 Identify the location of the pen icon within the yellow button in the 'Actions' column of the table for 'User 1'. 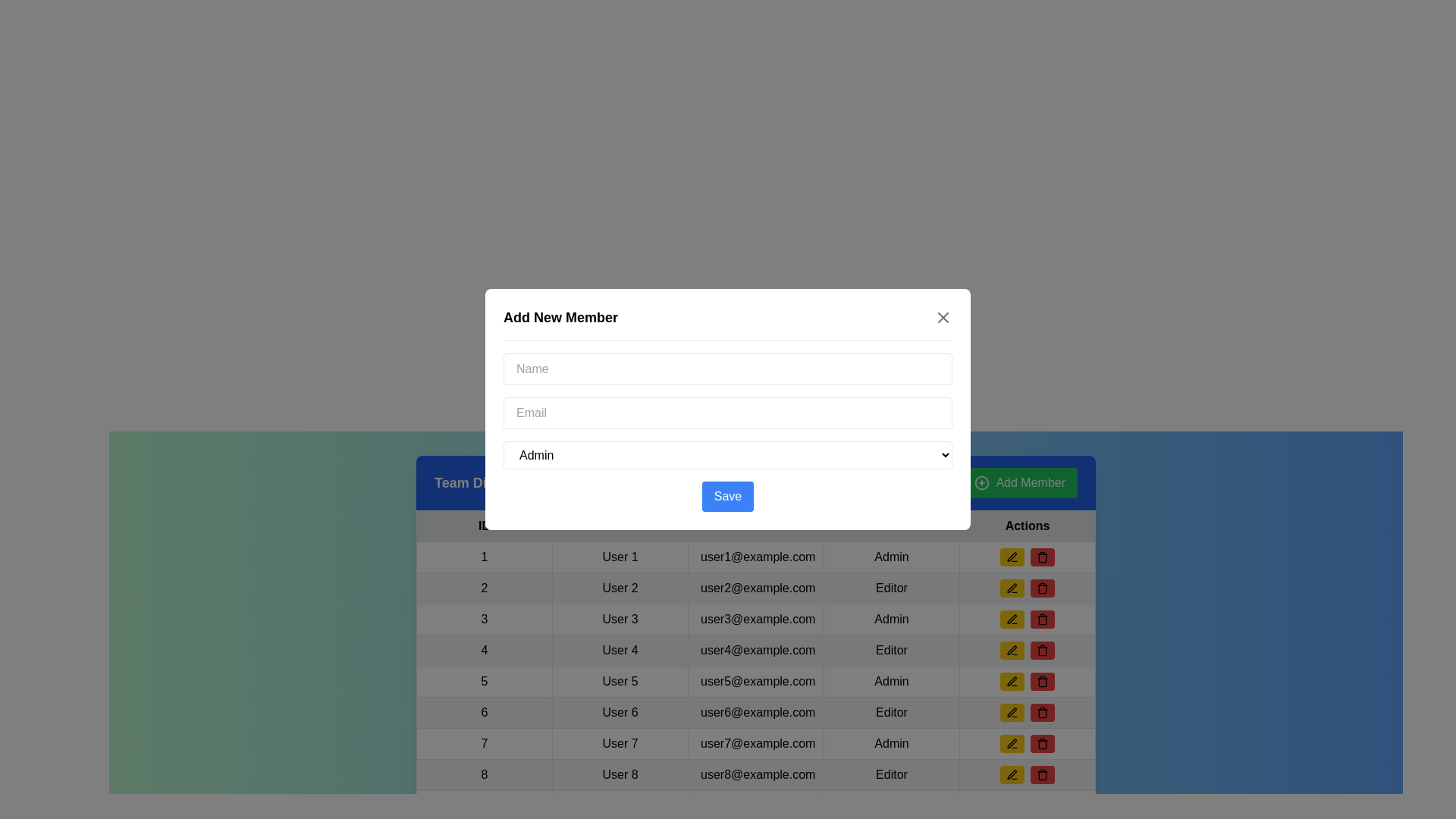
(1012, 557).